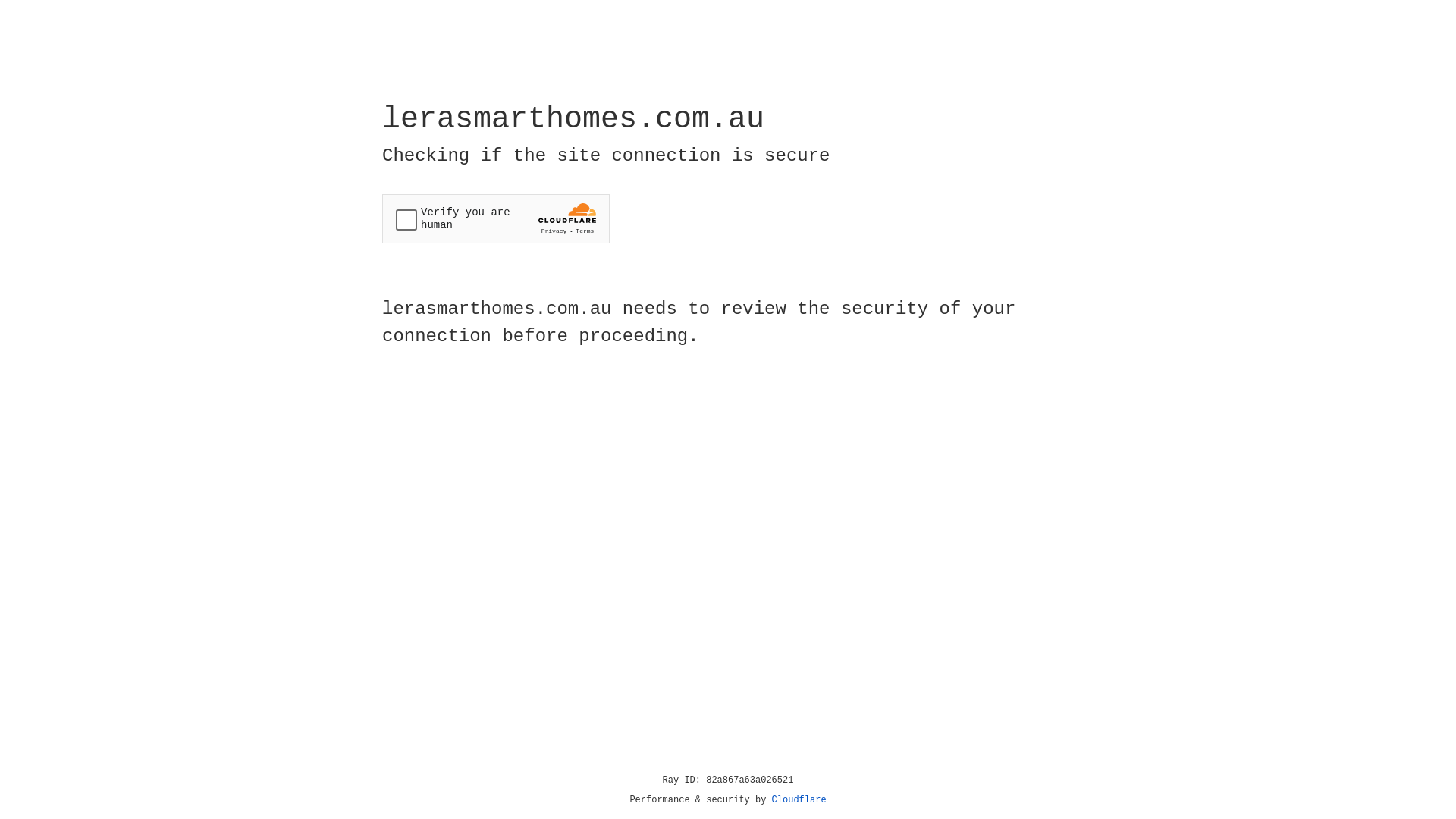 The image size is (1456, 819). I want to click on 'Widget containing a Cloudflare security challenge', so click(495, 218).